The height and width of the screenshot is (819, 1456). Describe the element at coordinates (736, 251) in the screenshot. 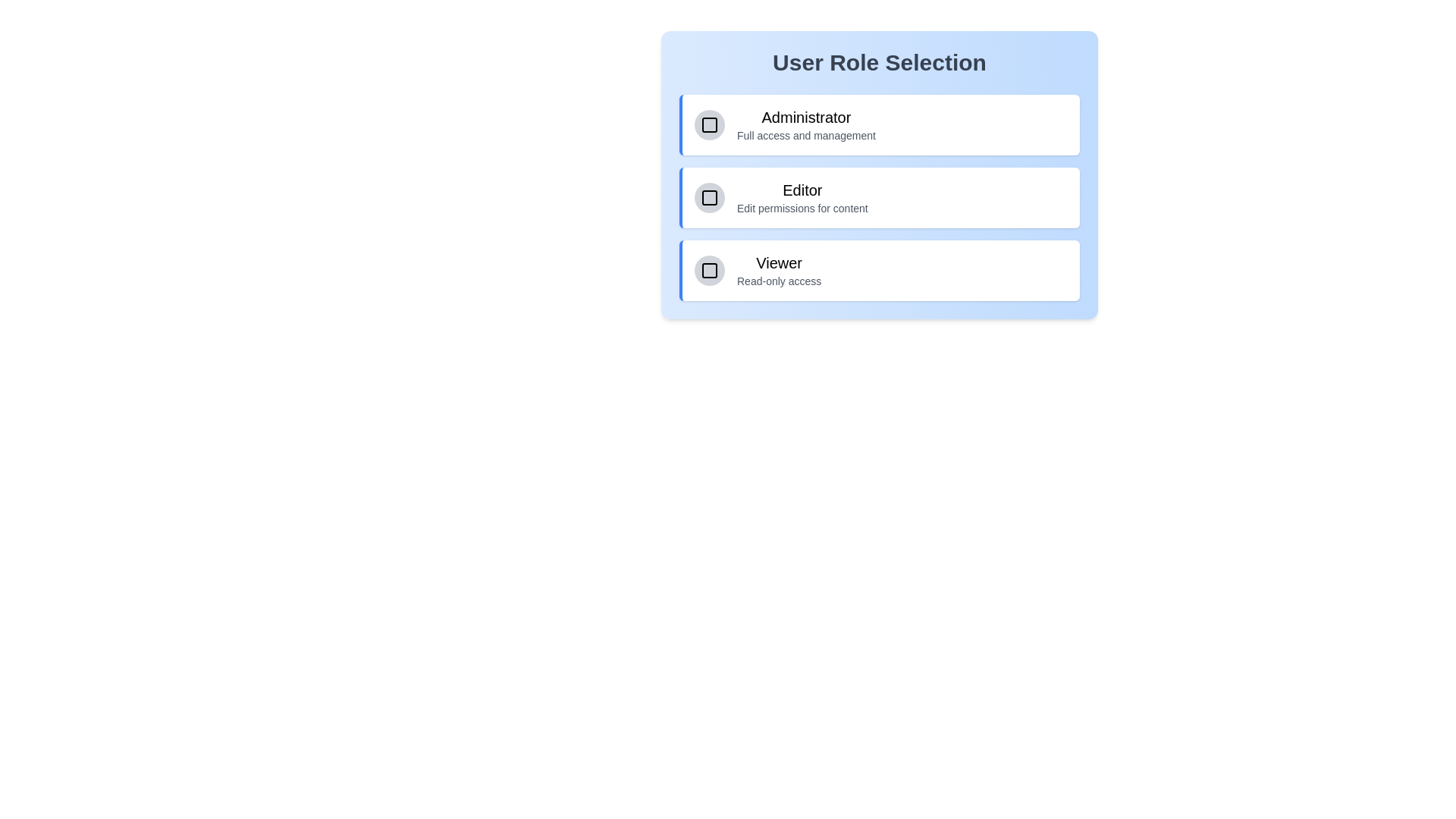

I see `the text of the role description for Viewer` at that location.